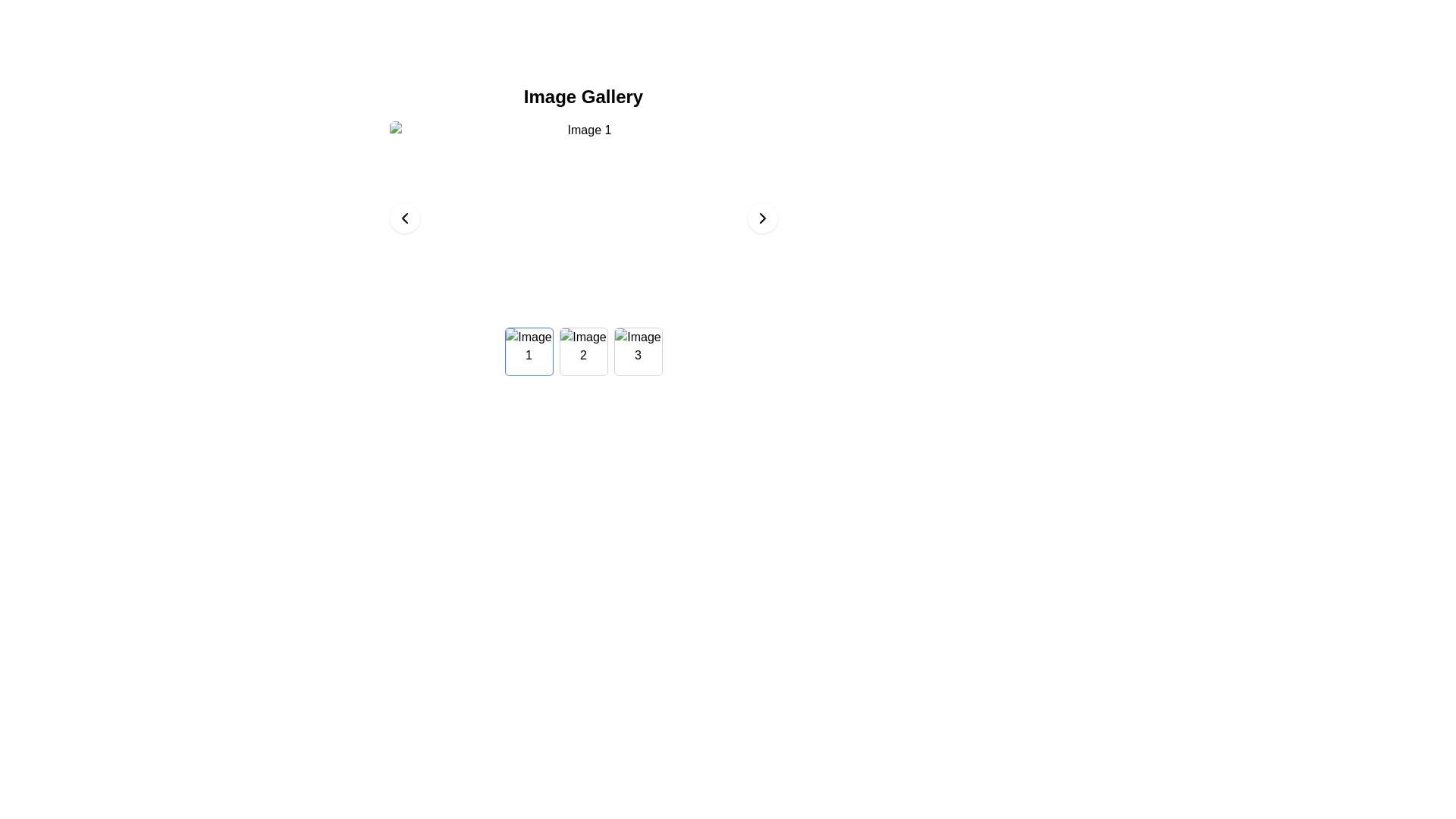 This screenshot has width=1456, height=819. I want to click on the left navigation button used to move to the previous image in the image gallery, so click(404, 218).